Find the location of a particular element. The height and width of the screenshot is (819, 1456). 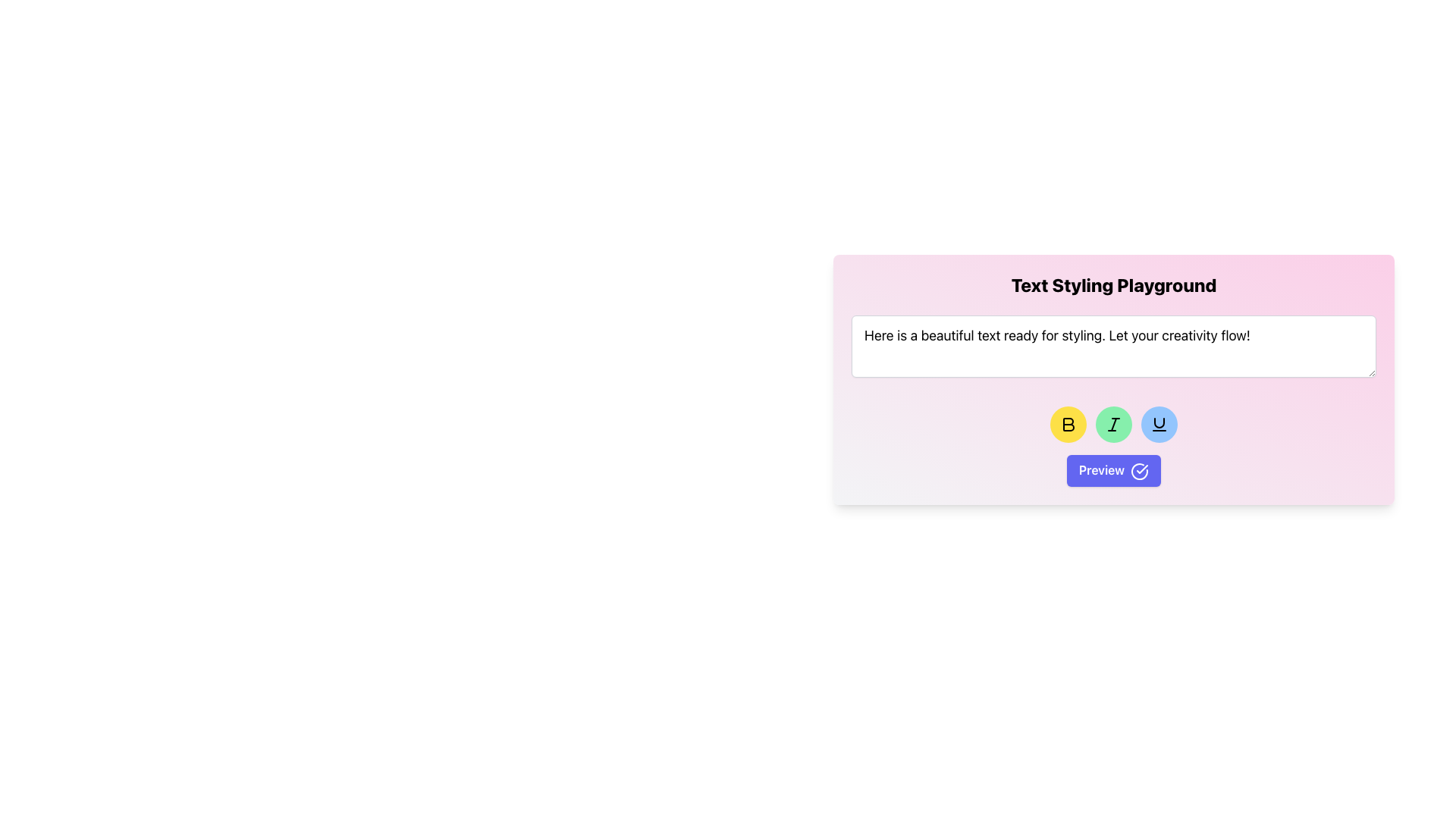

the bold styling Icon button located at the bottom-left area of the circular icons group to apply bold styling to the text in the editor is located at coordinates (1068, 424).